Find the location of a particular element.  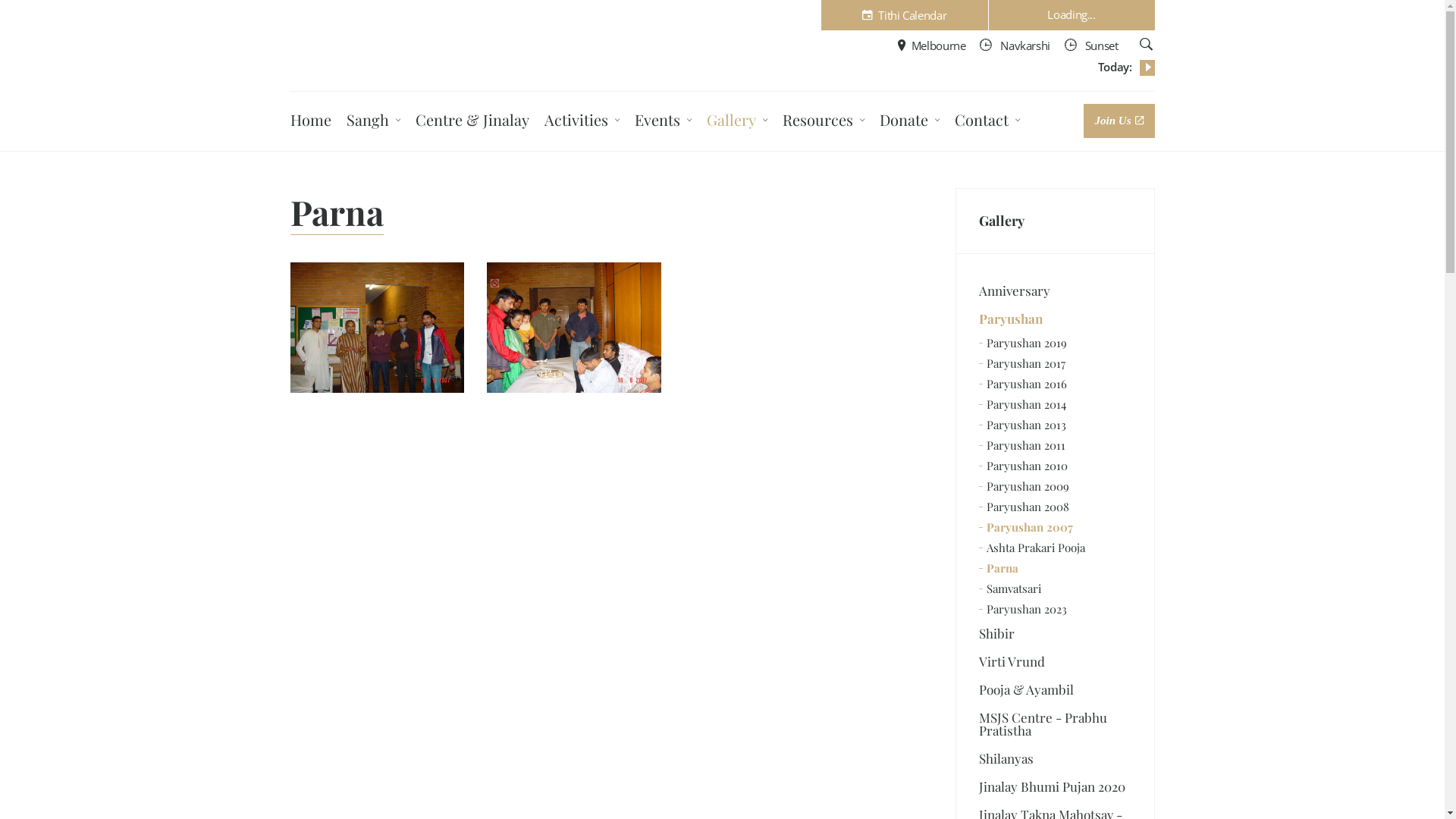

'Sangh' is located at coordinates (376, 121).